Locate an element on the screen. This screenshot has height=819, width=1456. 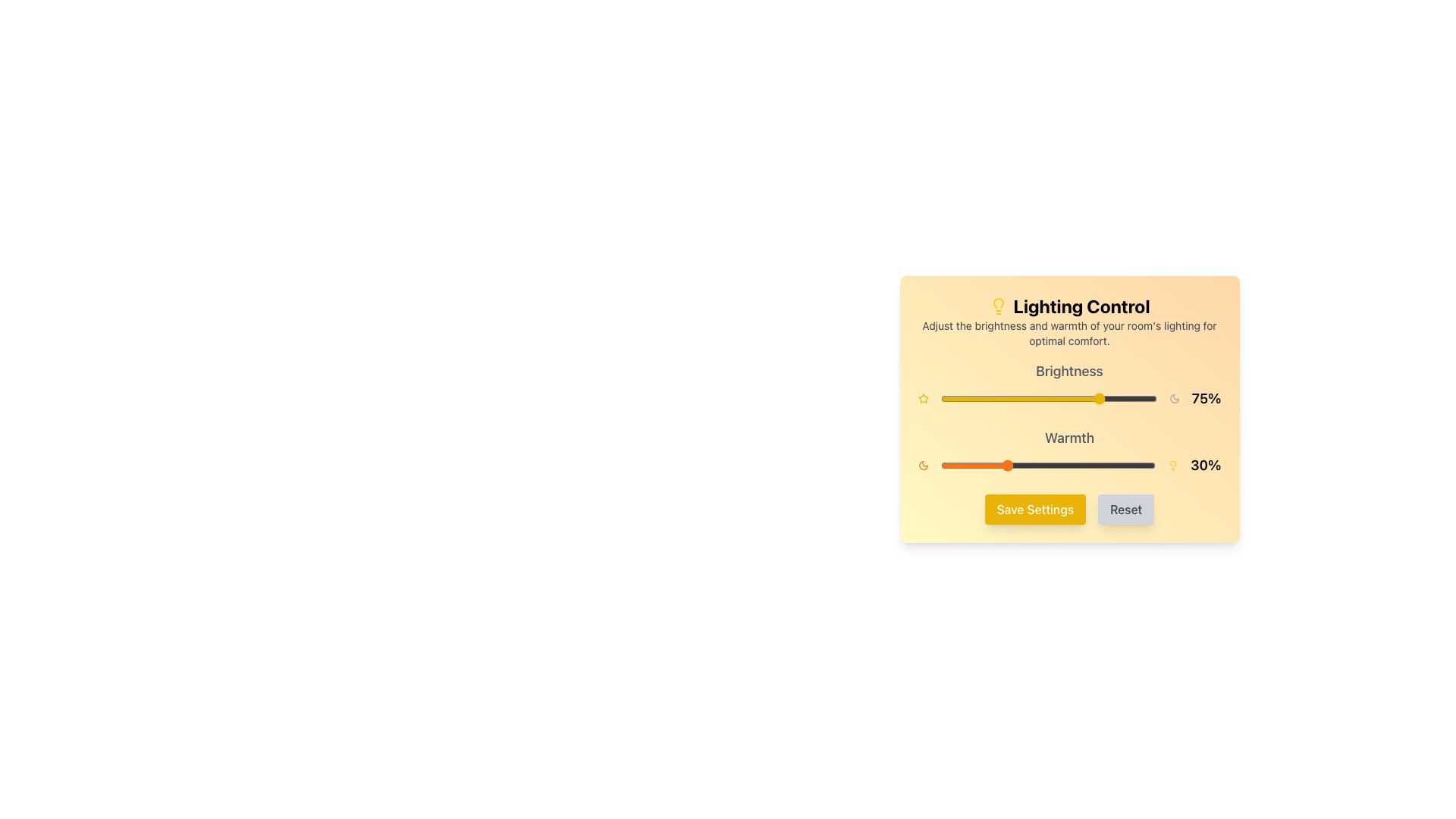
the light bulb icon located in the header section of the 'Lighting Control' card is located at coordinates (998, 306).